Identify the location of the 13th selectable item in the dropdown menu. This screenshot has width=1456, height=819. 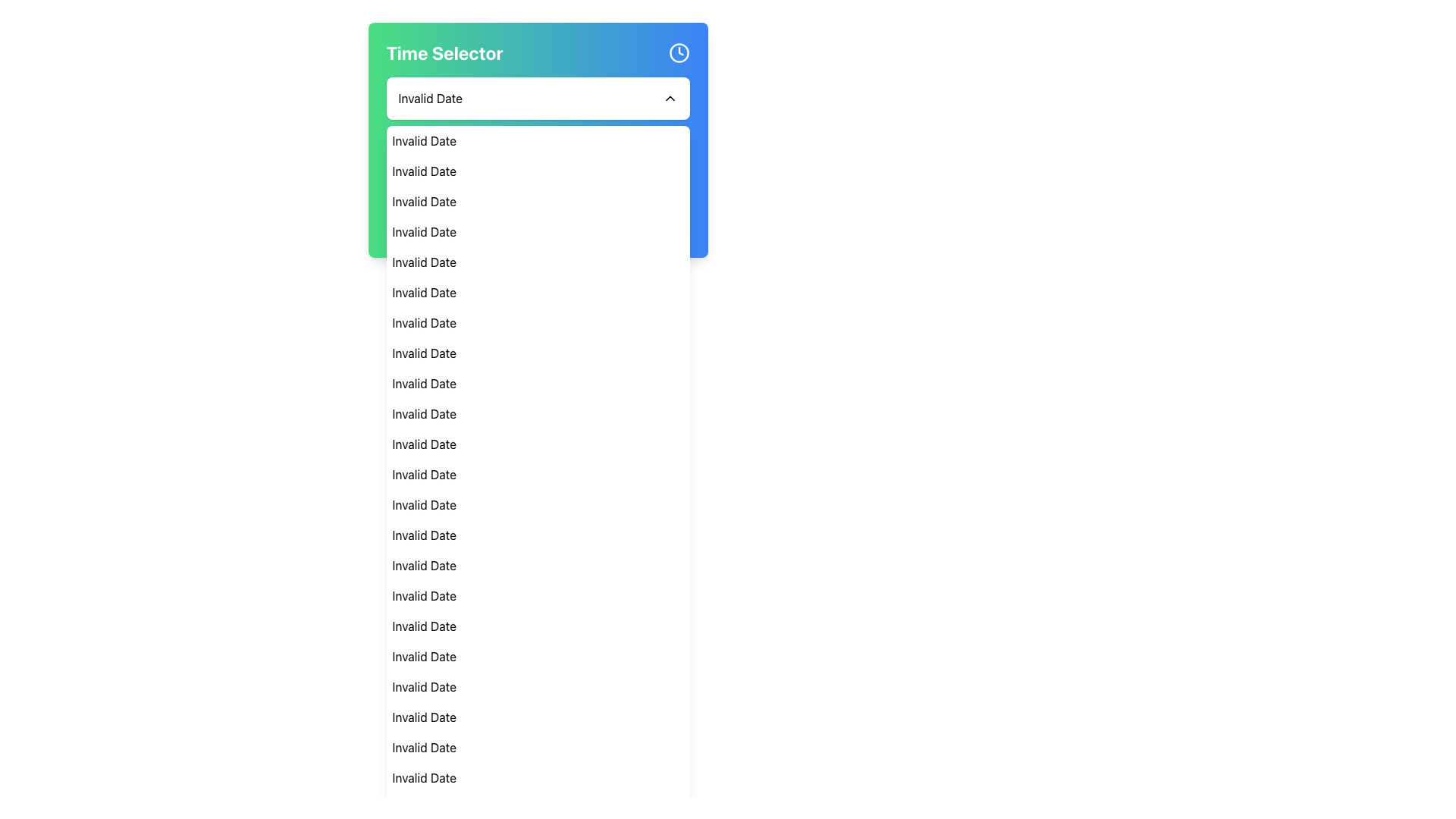
(538, 505).